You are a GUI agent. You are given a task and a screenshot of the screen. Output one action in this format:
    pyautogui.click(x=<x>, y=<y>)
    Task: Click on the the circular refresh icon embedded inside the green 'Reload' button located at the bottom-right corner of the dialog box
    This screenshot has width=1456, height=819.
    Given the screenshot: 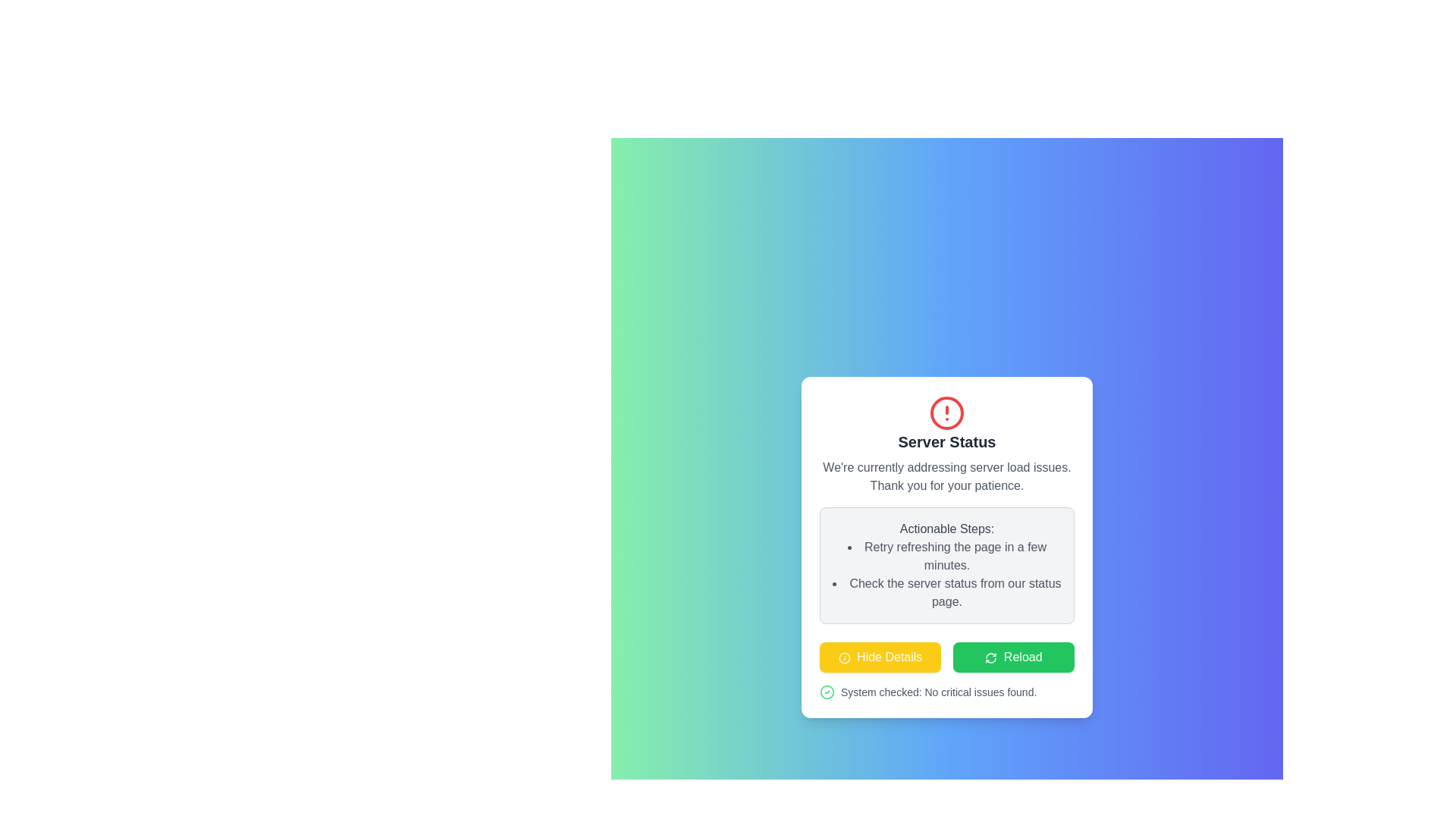 What is the action you would take?
    pyautogui.click(x=991, y=657)
    